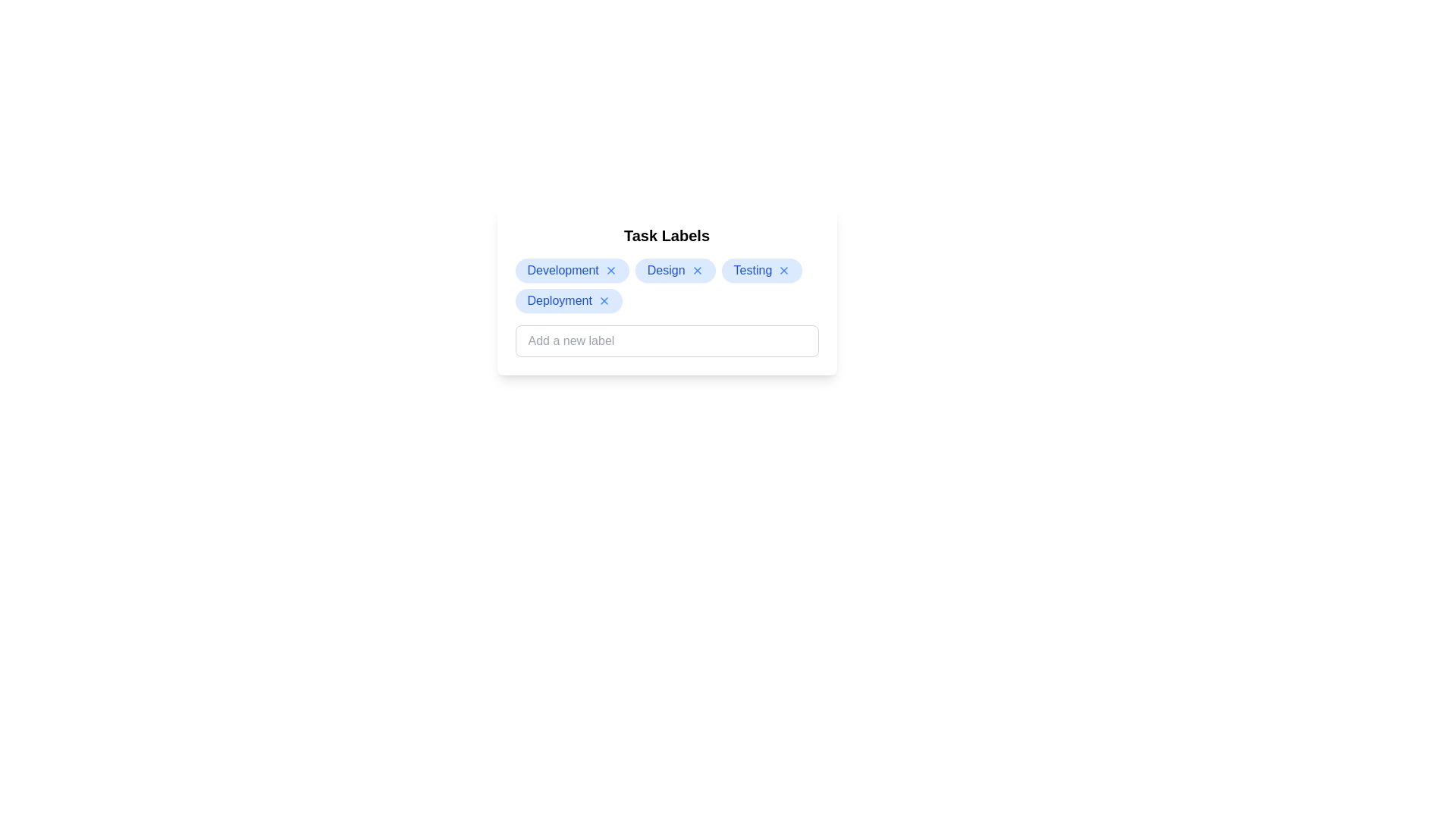  I want to click on the second label in the group of task labels, located below the 'Task Labels' heading, for selection or interaction, so click(674, 270).